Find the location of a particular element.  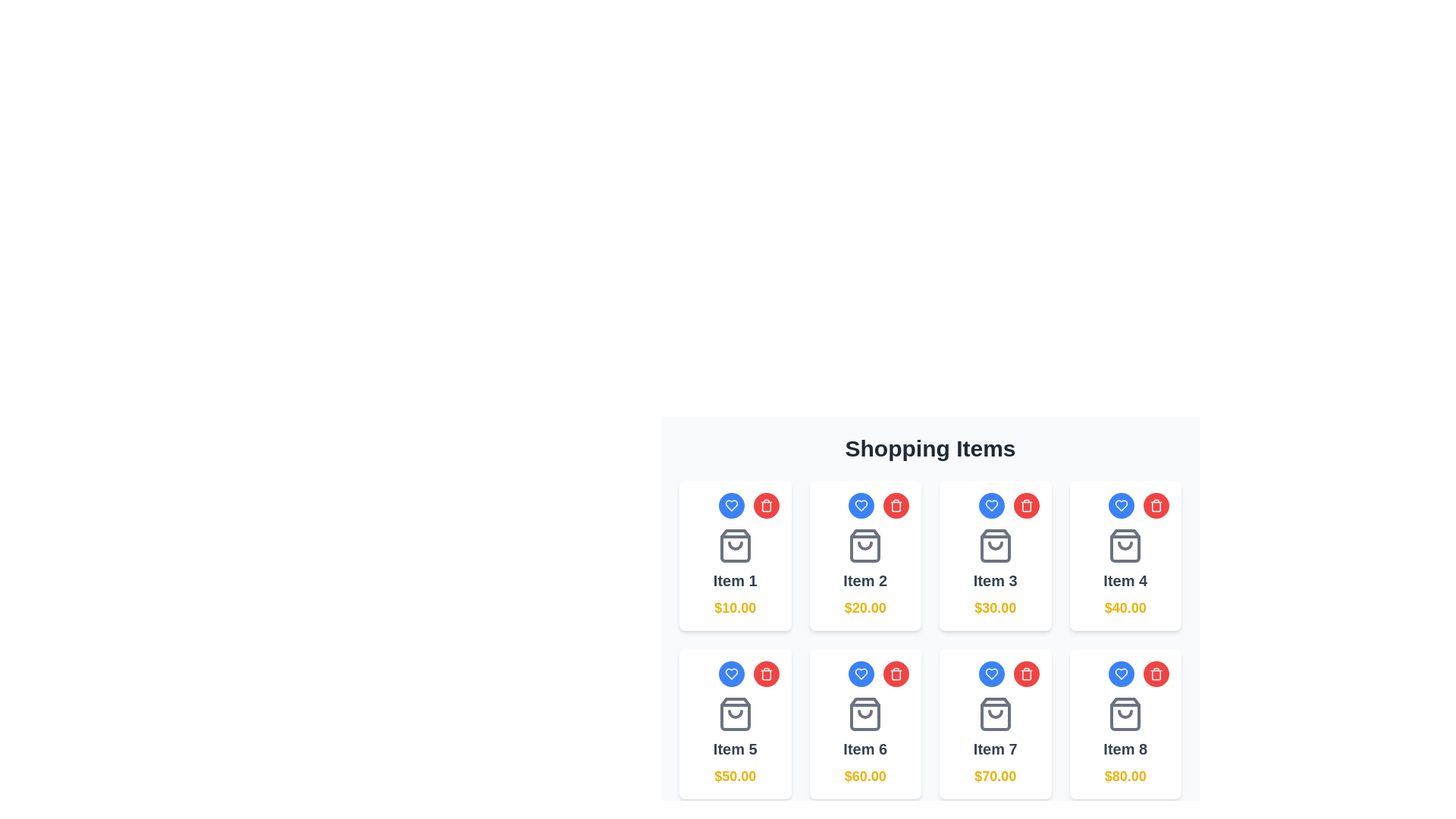

text content of the price label displaying '$50.00' located directly below the 'Item 5' text in the bottom-left item card of the grid layout is located at coordinates (735, 776).